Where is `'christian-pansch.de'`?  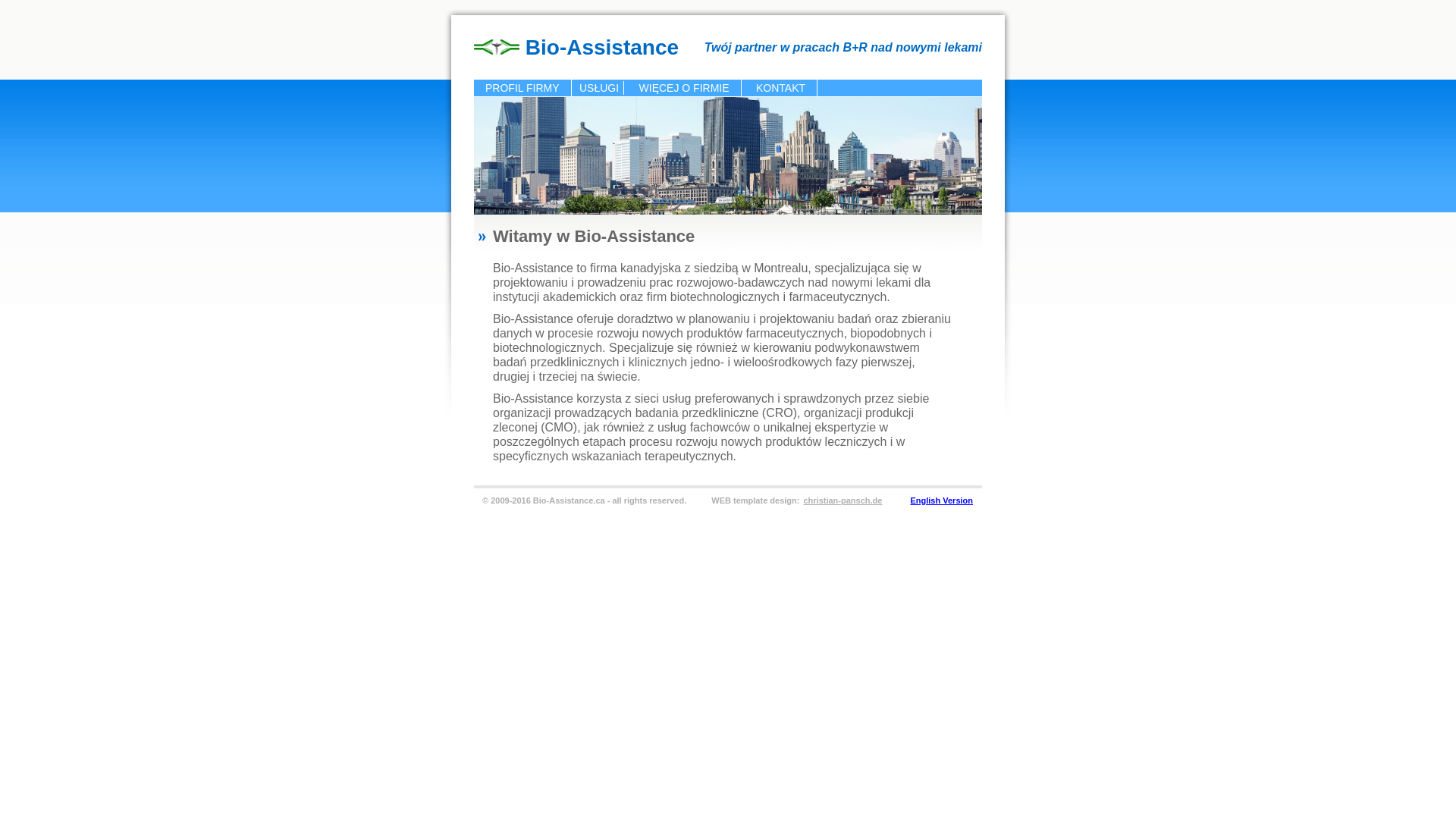
'christian-pansch.de' is located at coordinates (800, 500).